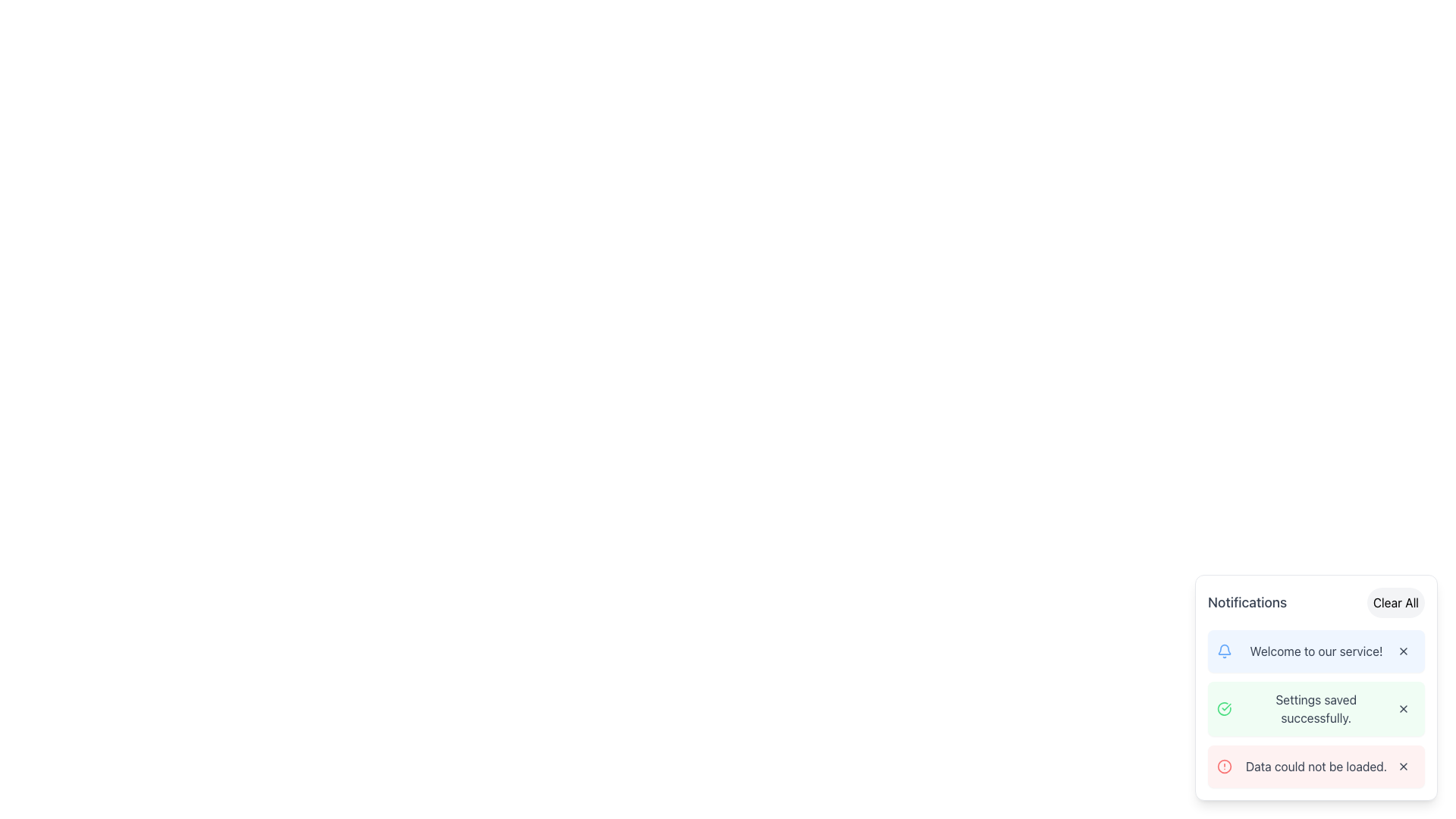 Image resolution: width=1456 pixels, height=819 pixels. I want to click on the close button located at the bottom-right corner of the page, so click(1403, 766).